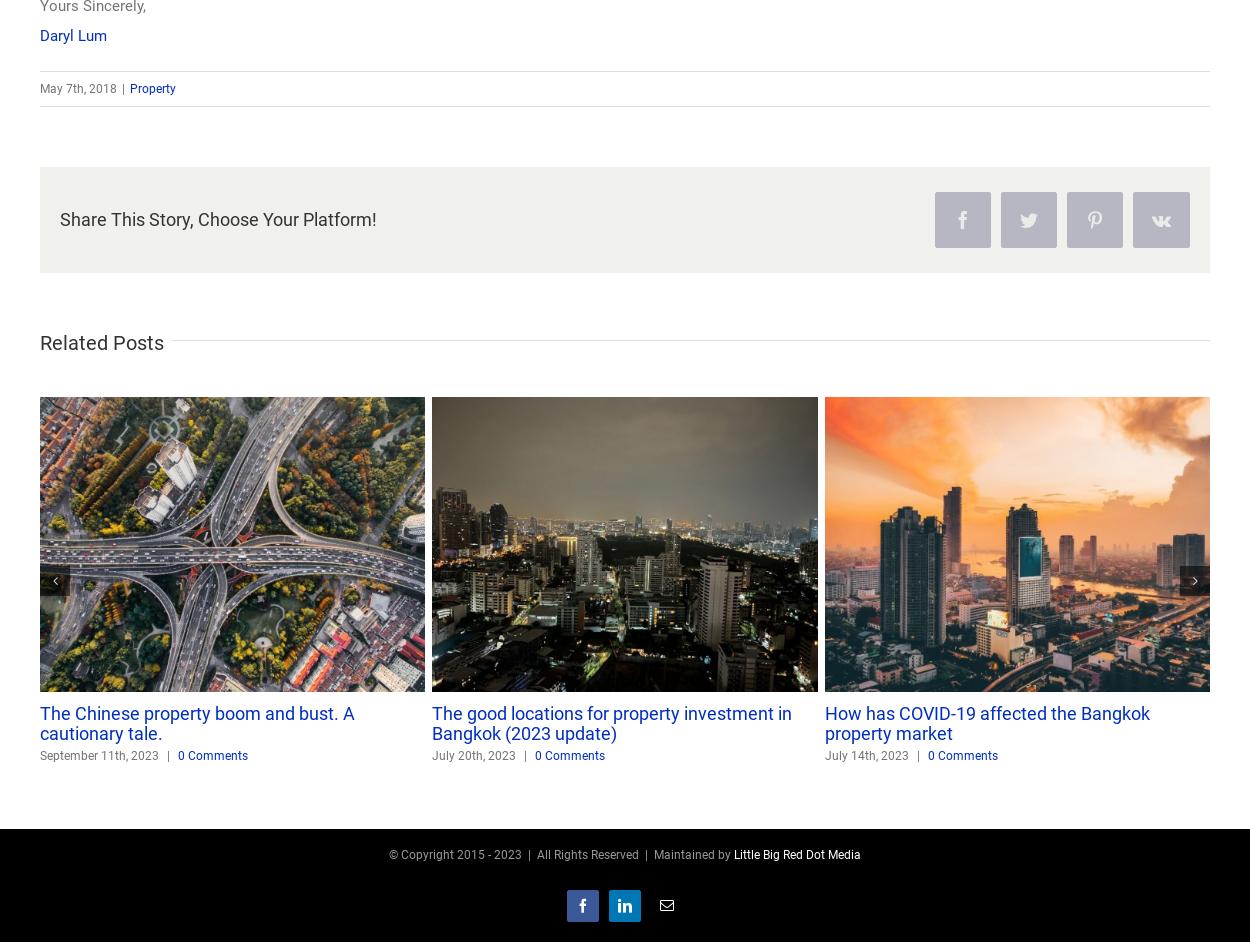  Describe the element at coordinates (611, 722) in the screenshot. I see `'The good locations for property investment in Bangkok (2023 update)'` at that location.